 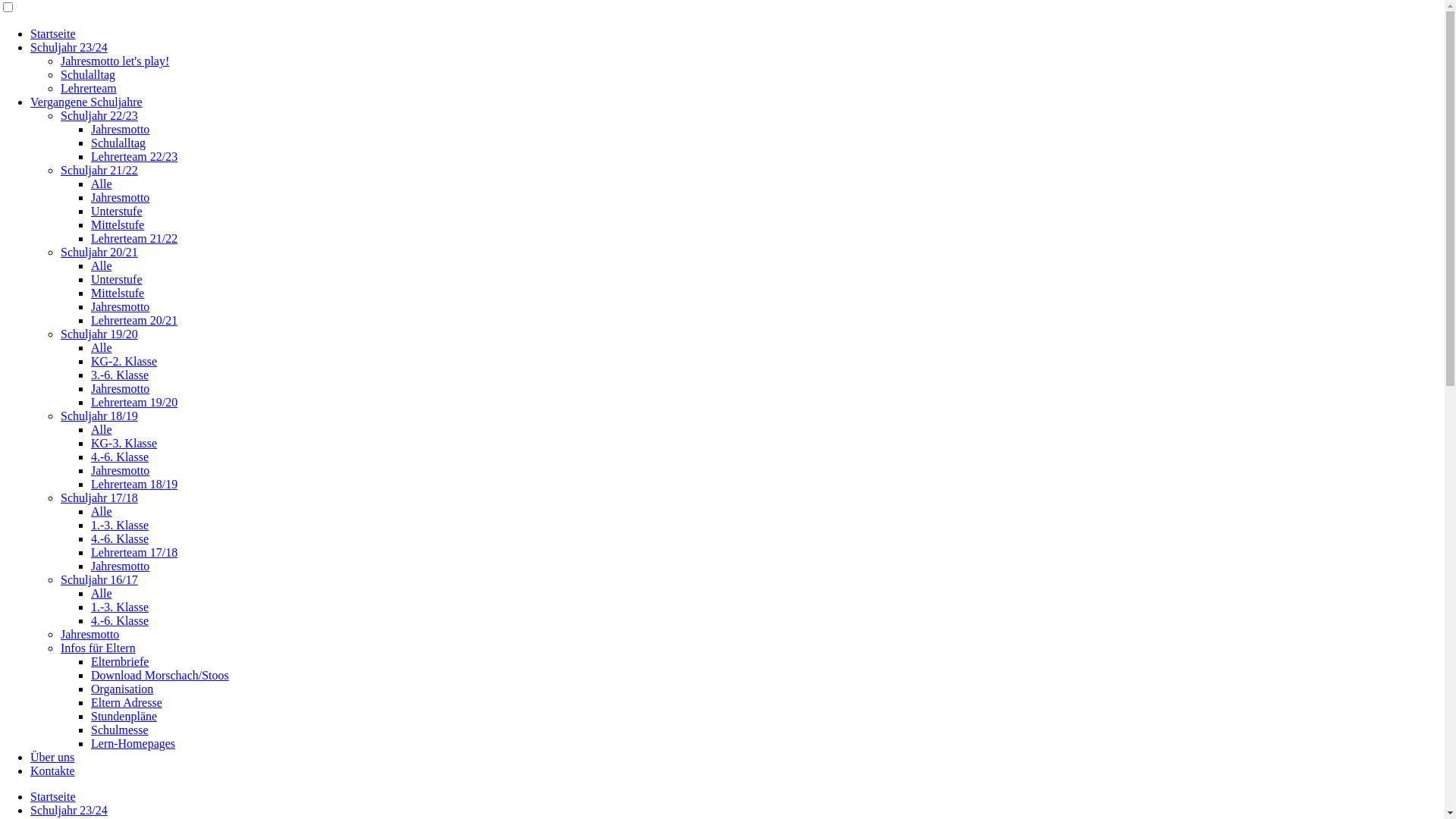 I want to click on '3.-6. Klasse', so click(x=90, y=375).